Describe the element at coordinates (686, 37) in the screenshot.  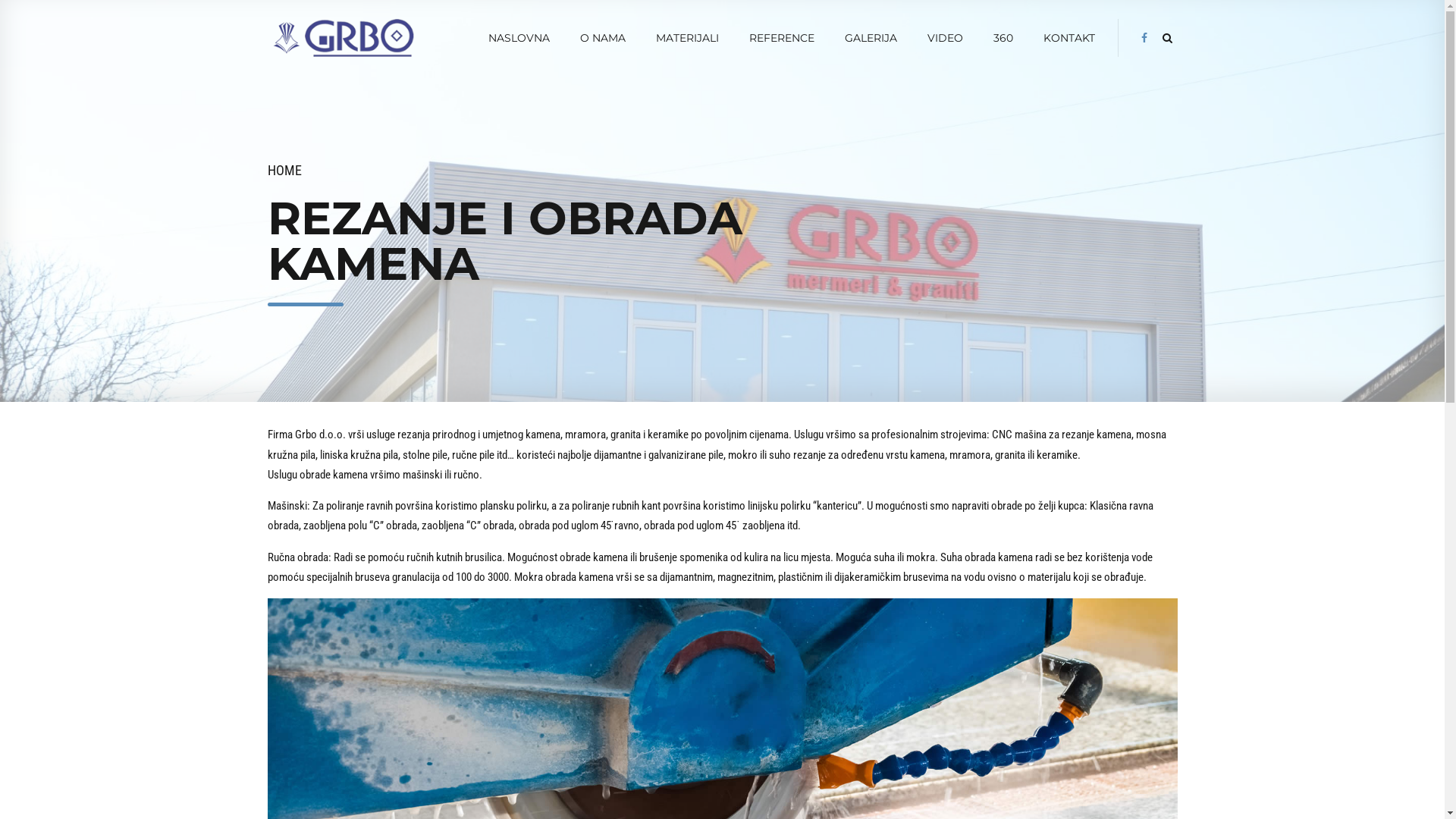
I see `'MATERIJALI'` at that location.